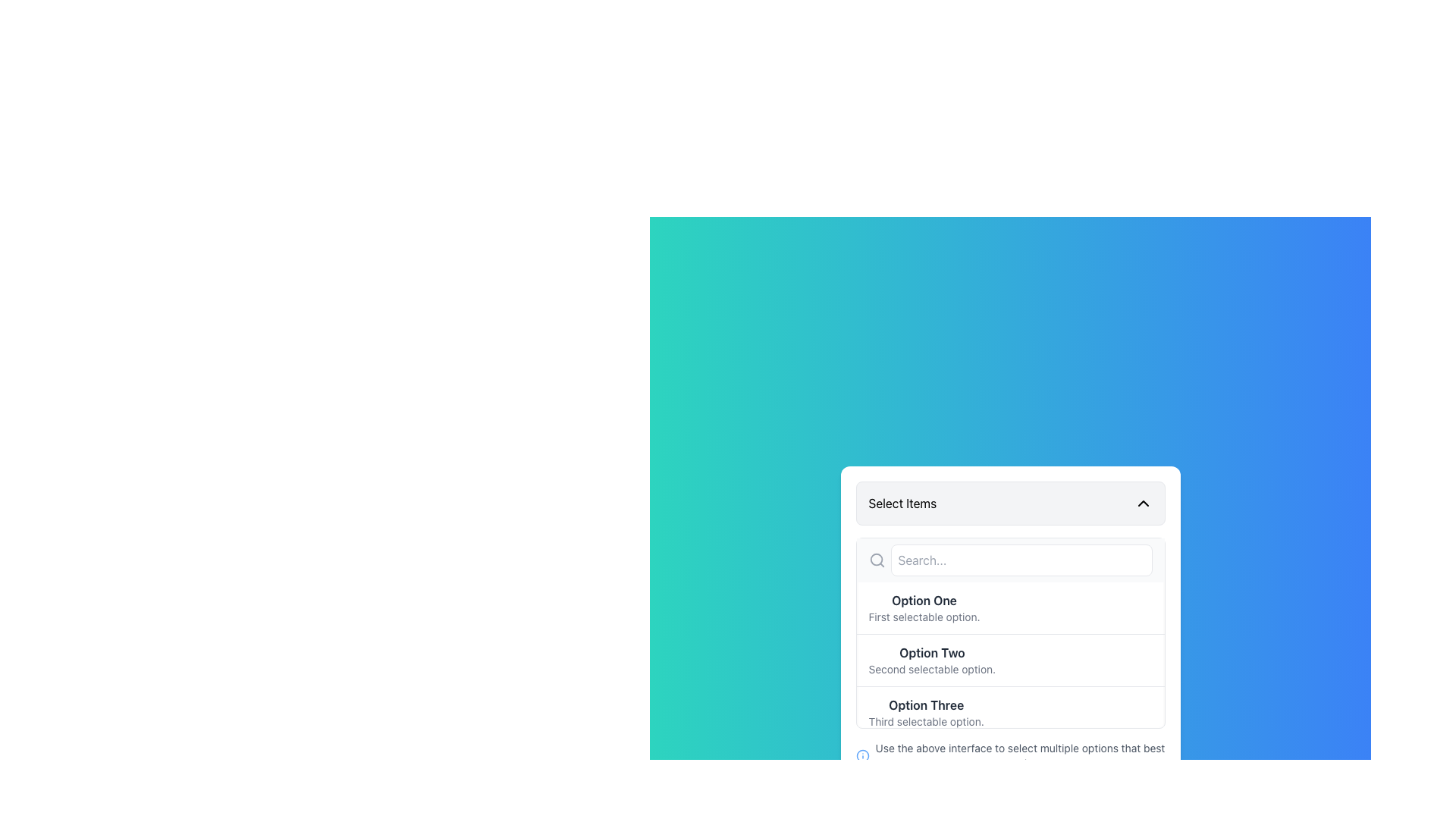  What do you see at coordinates (924, 599) in the screenshot?
I see `the static text label reading 'Option One', which is bold and dark gray, positioned at the top of the dropdown menu interface` at bounding box center [924, 599].